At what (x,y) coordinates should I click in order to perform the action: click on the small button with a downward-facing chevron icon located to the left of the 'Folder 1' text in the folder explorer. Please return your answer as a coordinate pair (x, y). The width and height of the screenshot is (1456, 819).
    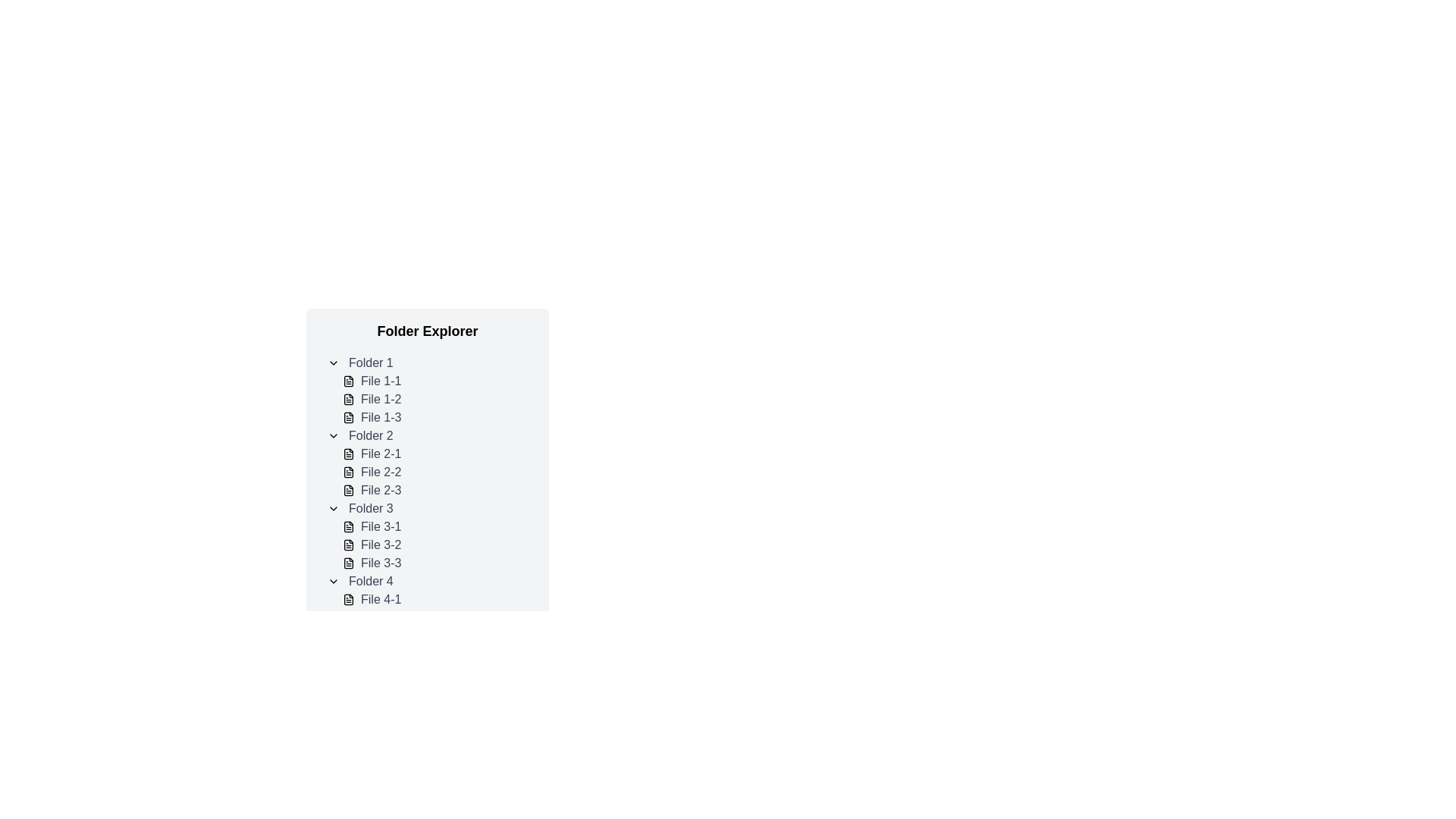
    Looking at the image, I should click on (333, 362).